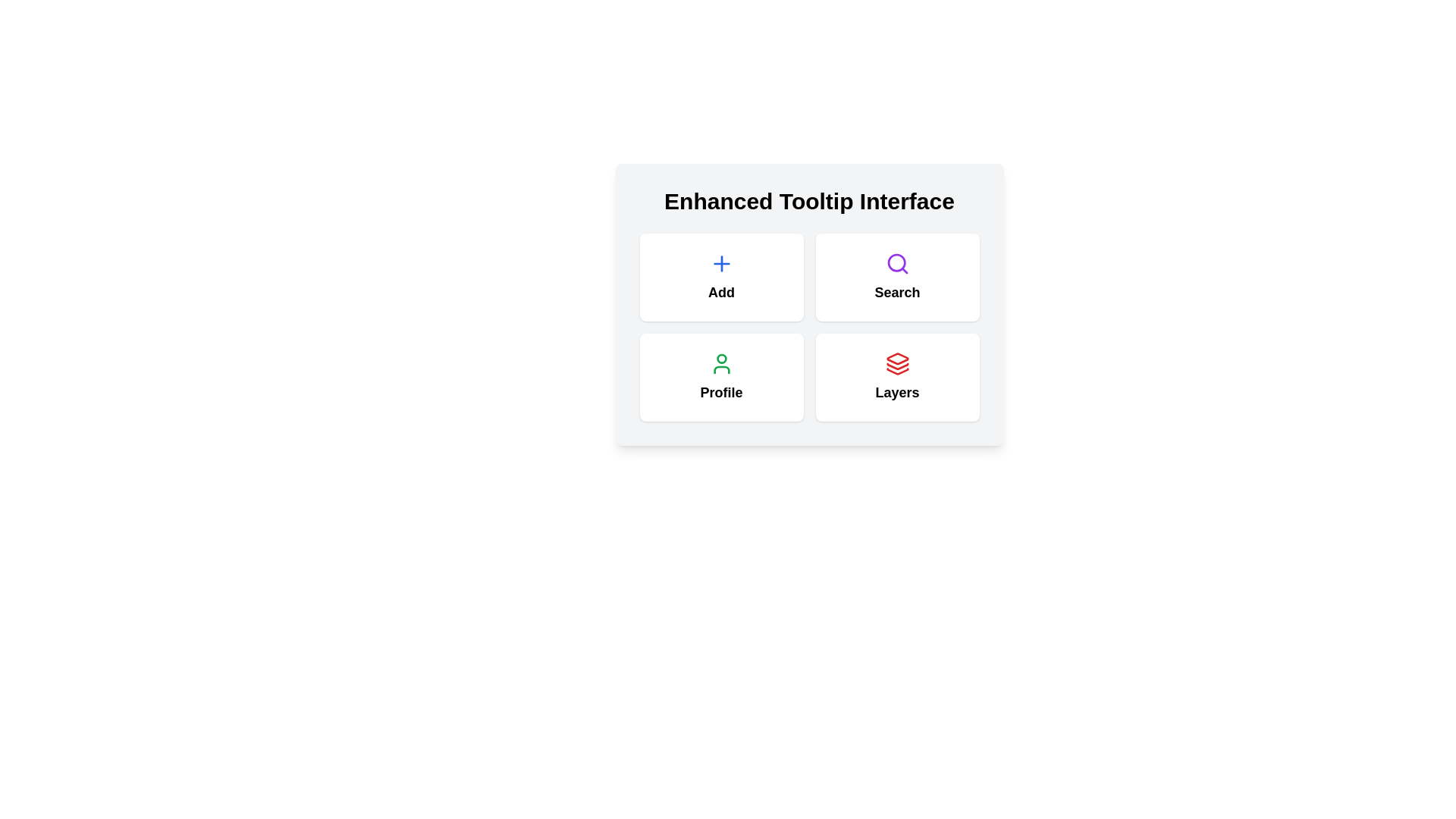  I want to click on text label that describes the 'Search' functionality, located at the bottom of the 'Search' item box, directly below the purple magnifying glass icon in the top-right corner of the grid, so click(897, 292).